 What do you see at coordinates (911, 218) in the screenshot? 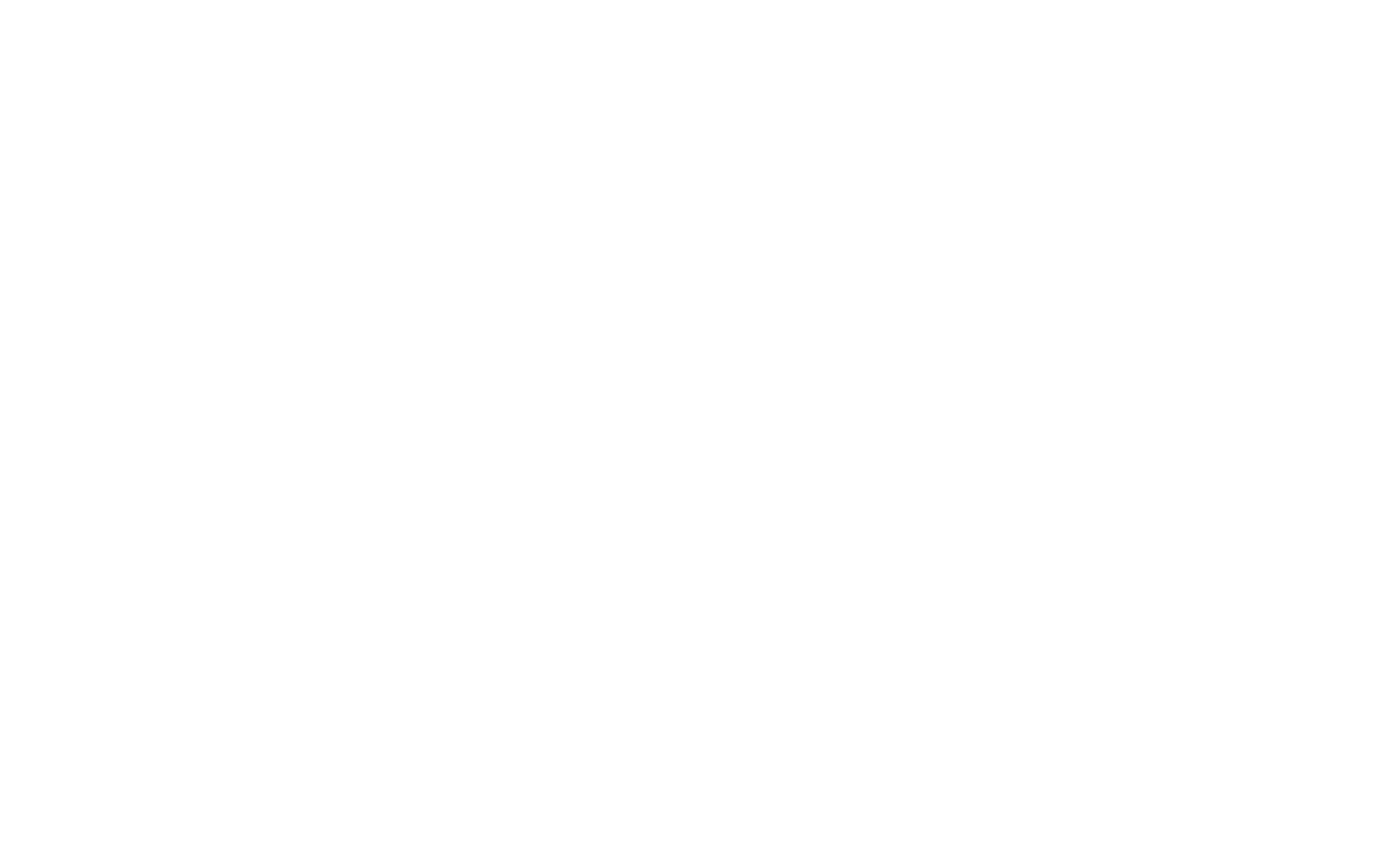
I see `'Length'` at bounding box center [911, 218].